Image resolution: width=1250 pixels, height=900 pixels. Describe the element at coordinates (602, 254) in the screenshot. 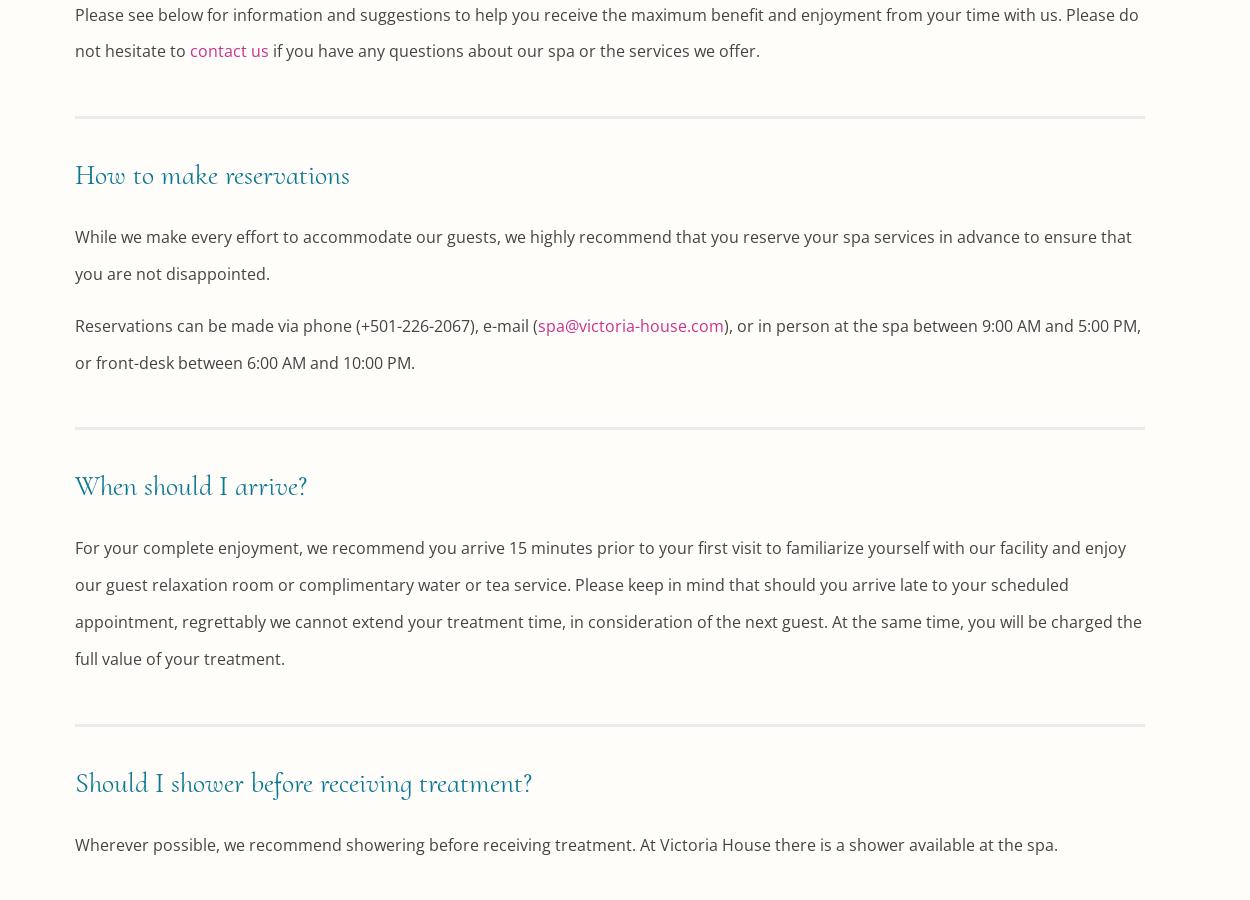

I see `'While we make every effort to accommodate our guests, we highly recommend that you reserve your spa services in advance to ensure that you are not disappointed.'` at that location.